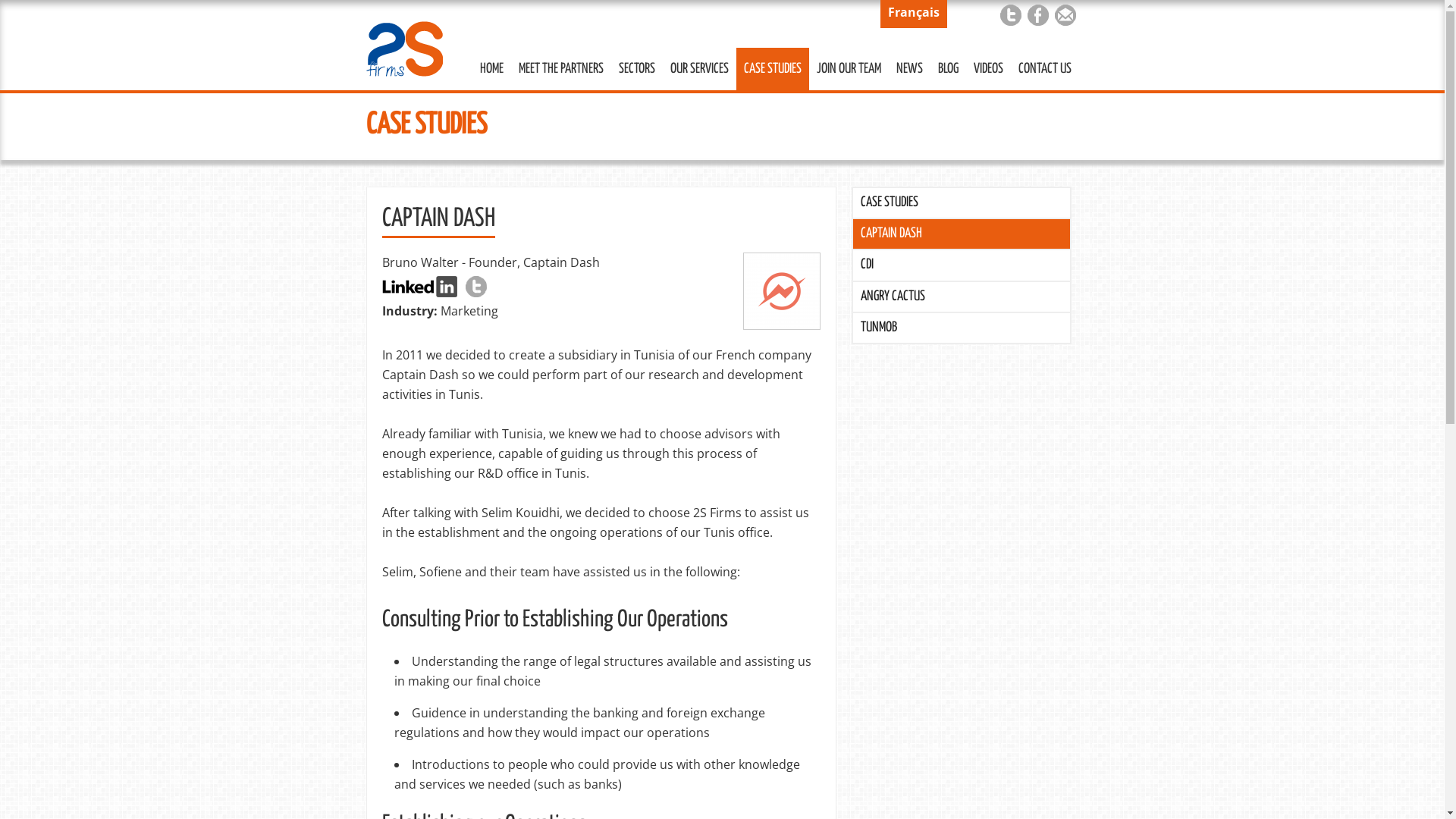  Describe the element at coordinates (946, 69) in the screenshot. I see `'BLOG'` at that location.